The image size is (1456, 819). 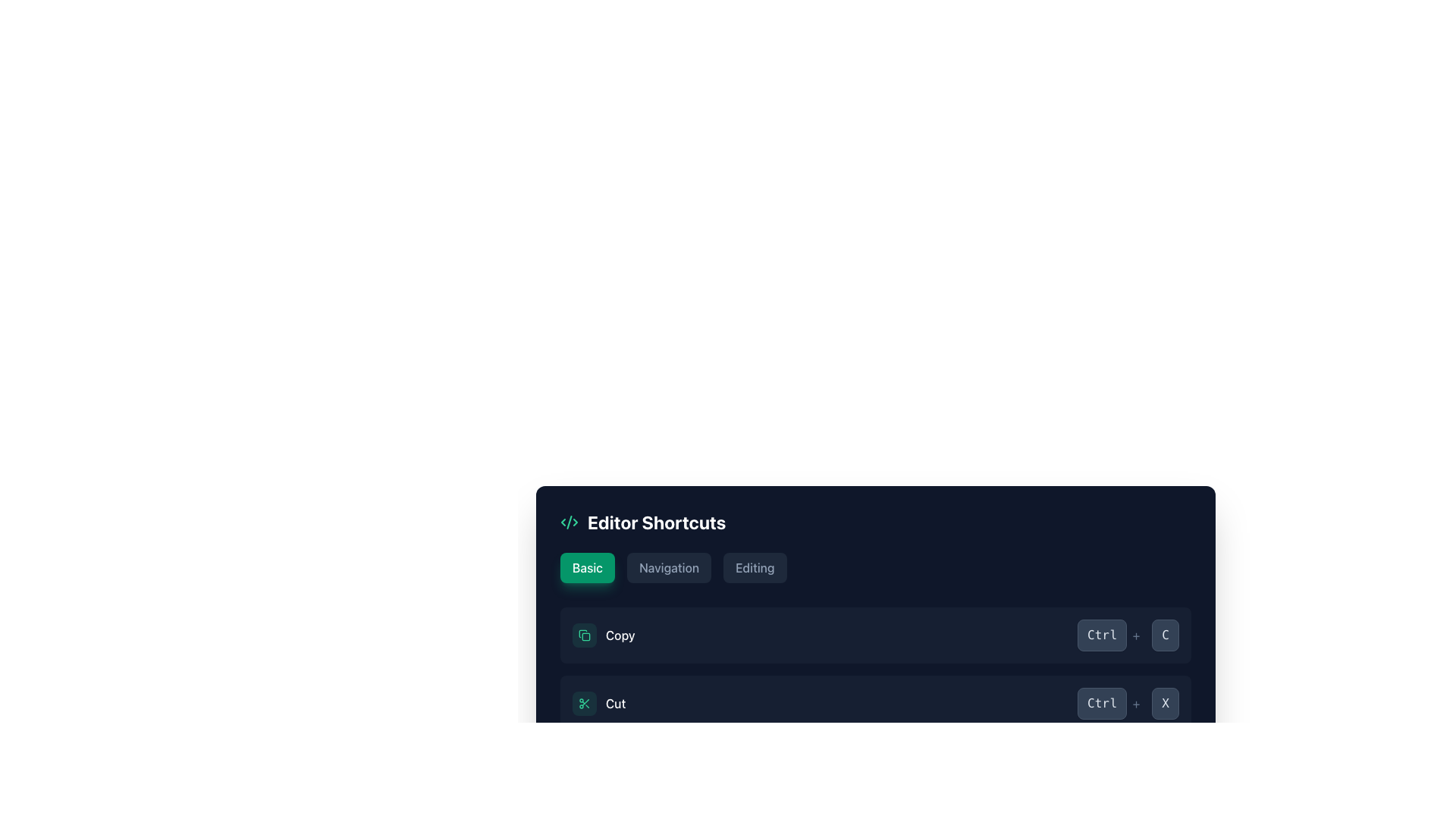 I want to click on the button positioned between the 'Basic' and 'Editing' buttons, so click(x=668, y=567).